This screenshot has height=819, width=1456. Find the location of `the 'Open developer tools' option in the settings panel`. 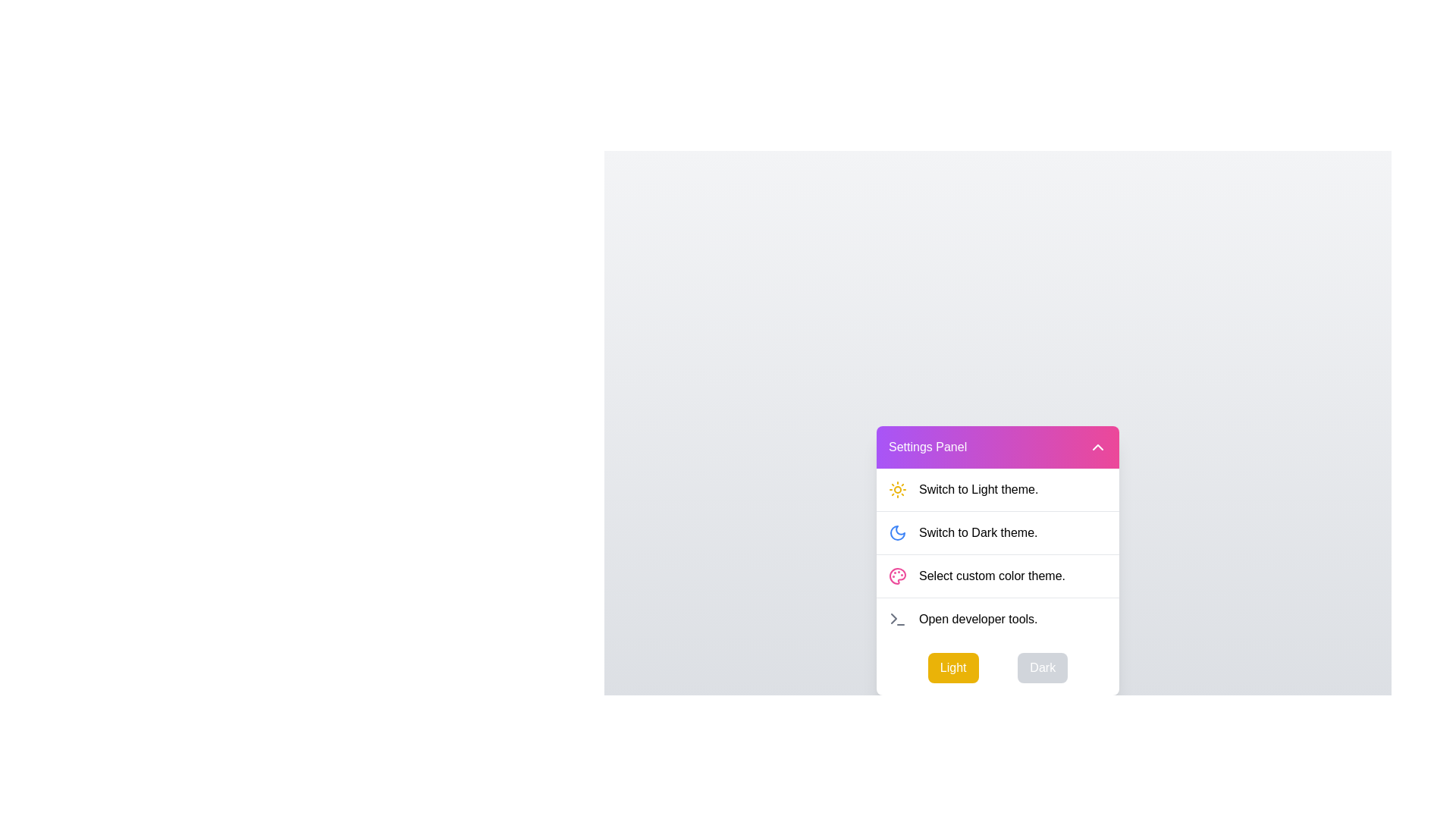

the 'Open developer tools' option in the settings panel is located at coordinates (978, 619).